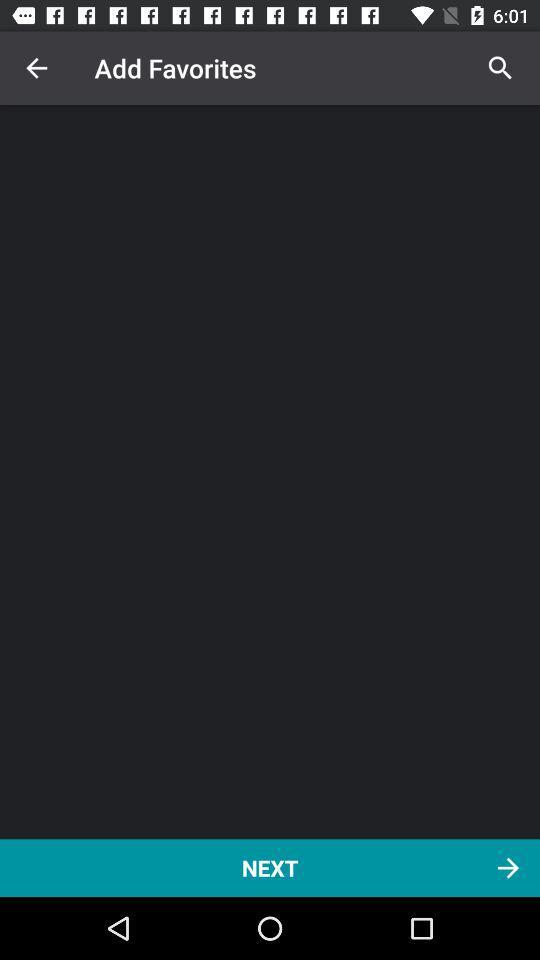 The height and width of the screenshot is (960, 540). What do you see at coordinates (36, 68) in the screenshot?
I see `icon next to add favorites icon` at bounding box center [36, 68].